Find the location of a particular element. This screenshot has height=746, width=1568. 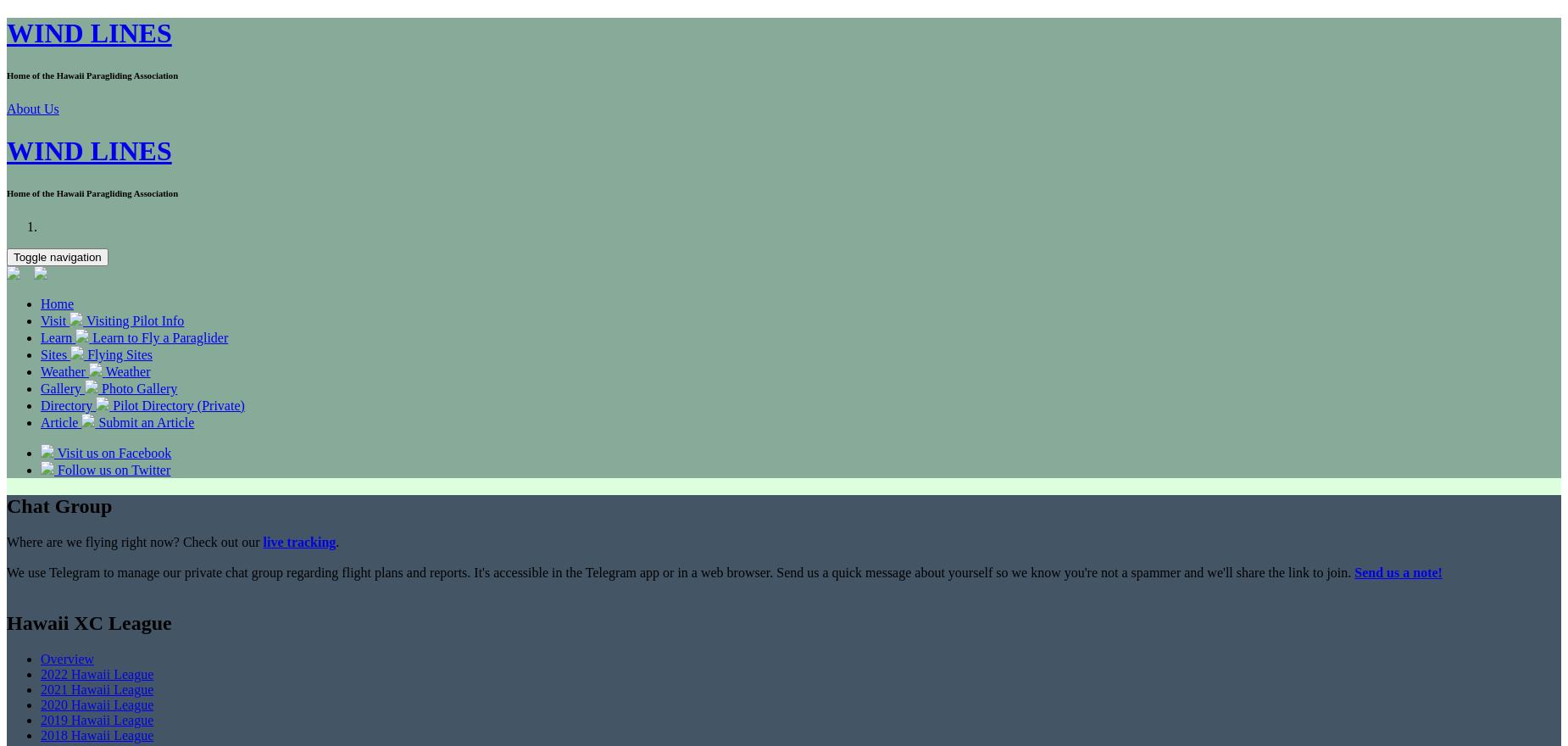

'Submit an Article' is located at coordinates (97, 421).